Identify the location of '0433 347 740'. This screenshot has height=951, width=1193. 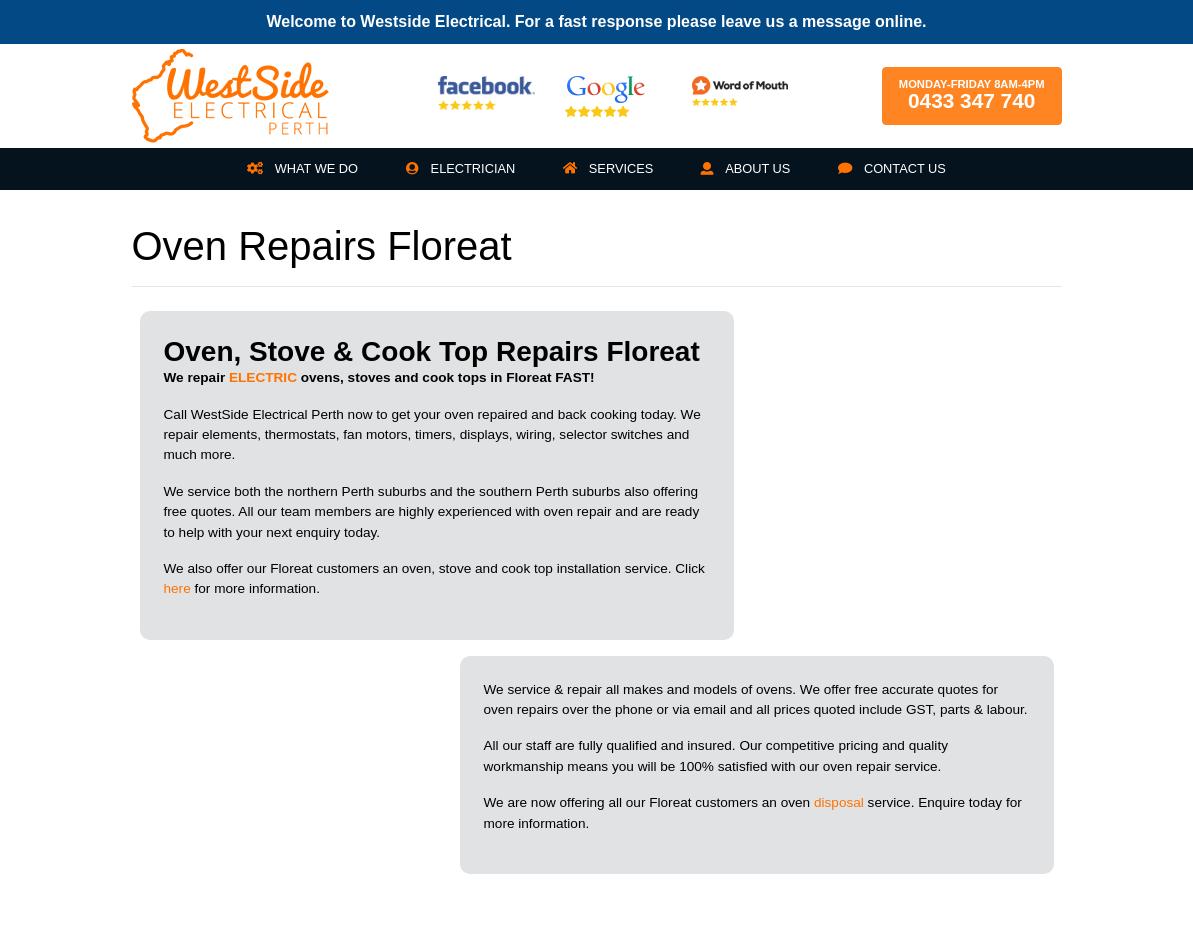
(970, 99).